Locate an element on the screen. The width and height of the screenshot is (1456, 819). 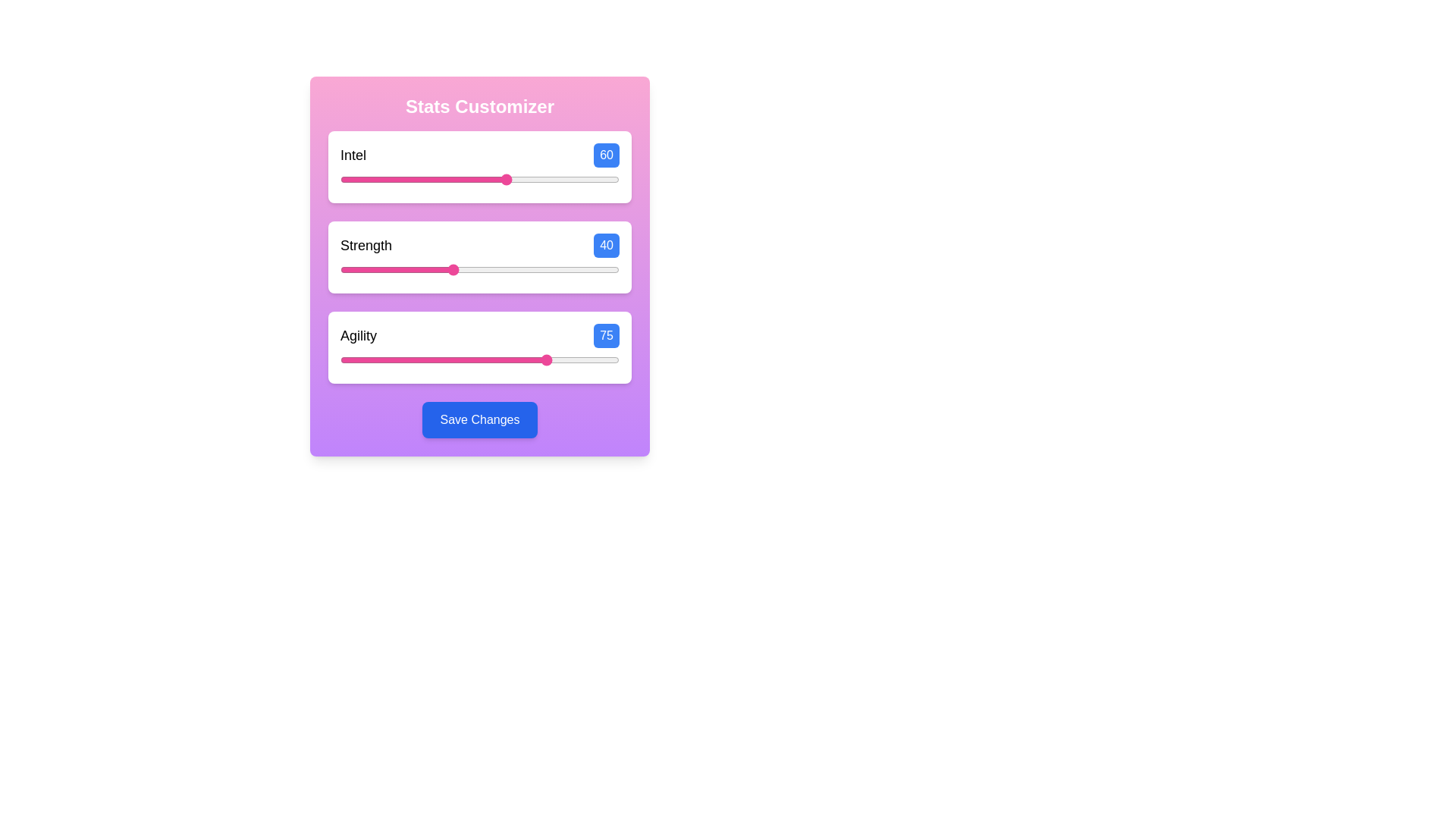
the Strength slider is located at coordinates (345, 268).